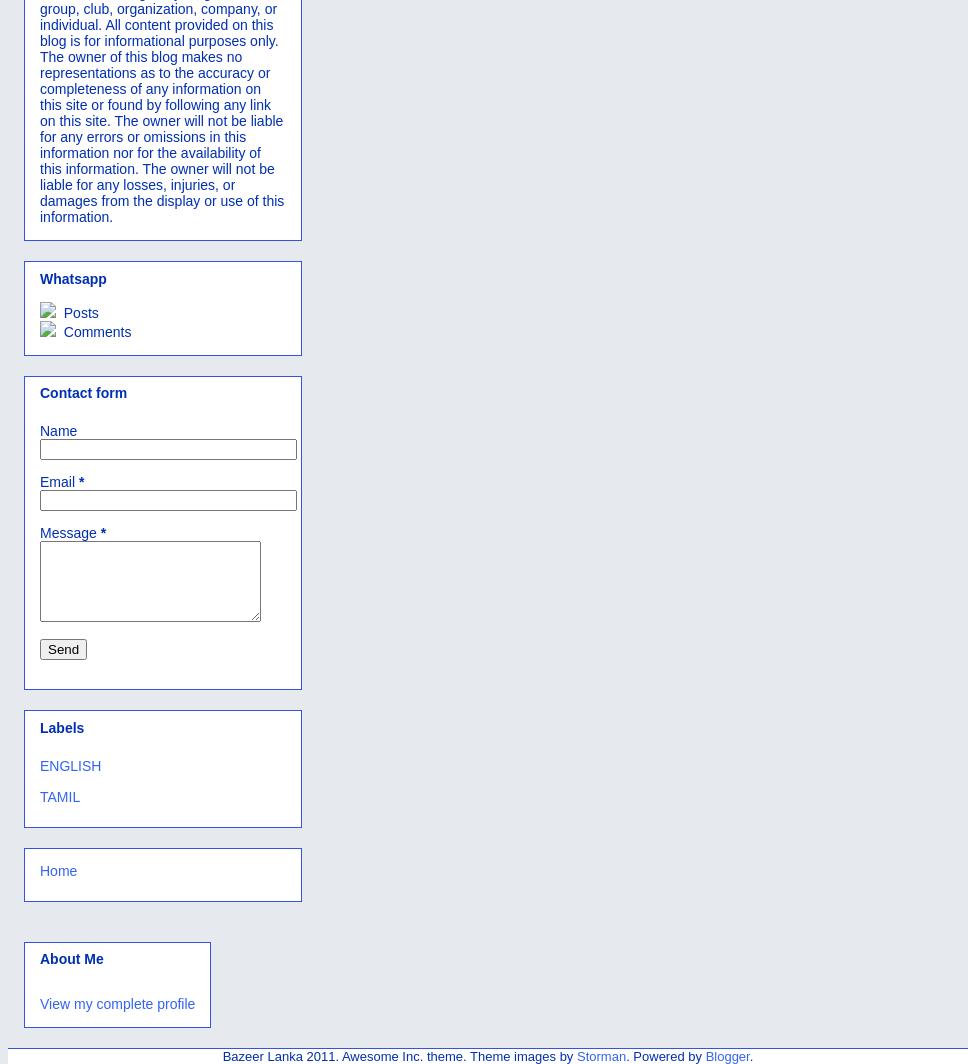 This screenshot has height=1064, width=968. What do you see at coordinates (750, 1055) in the screenshot?
I see `'.'` at bounding box center [750, 1055].